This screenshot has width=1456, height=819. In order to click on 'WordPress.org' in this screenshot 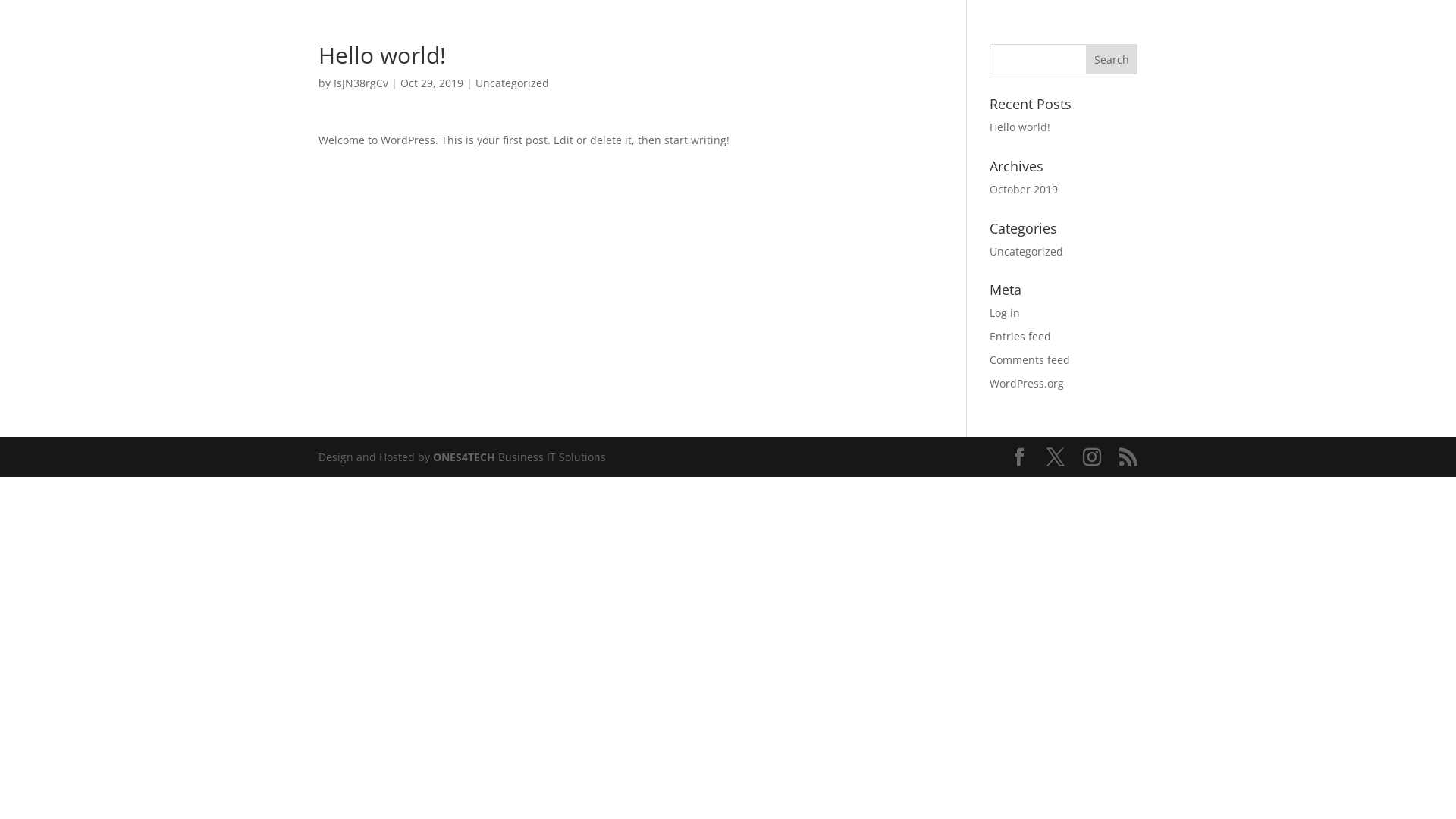, I will do `click(1026, 382)`.